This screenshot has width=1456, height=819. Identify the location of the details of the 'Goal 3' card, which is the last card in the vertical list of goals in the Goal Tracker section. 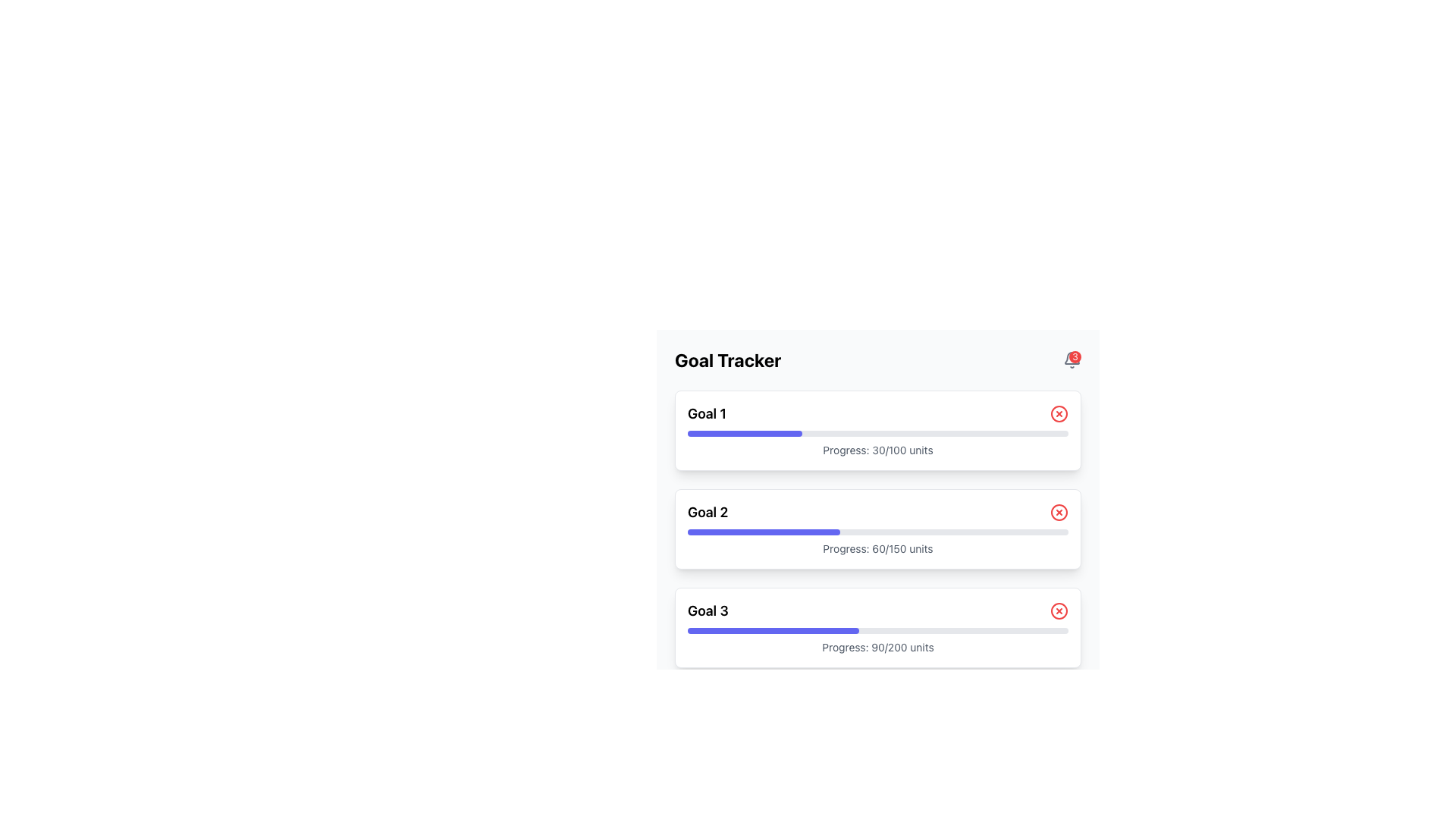
(877, 628).